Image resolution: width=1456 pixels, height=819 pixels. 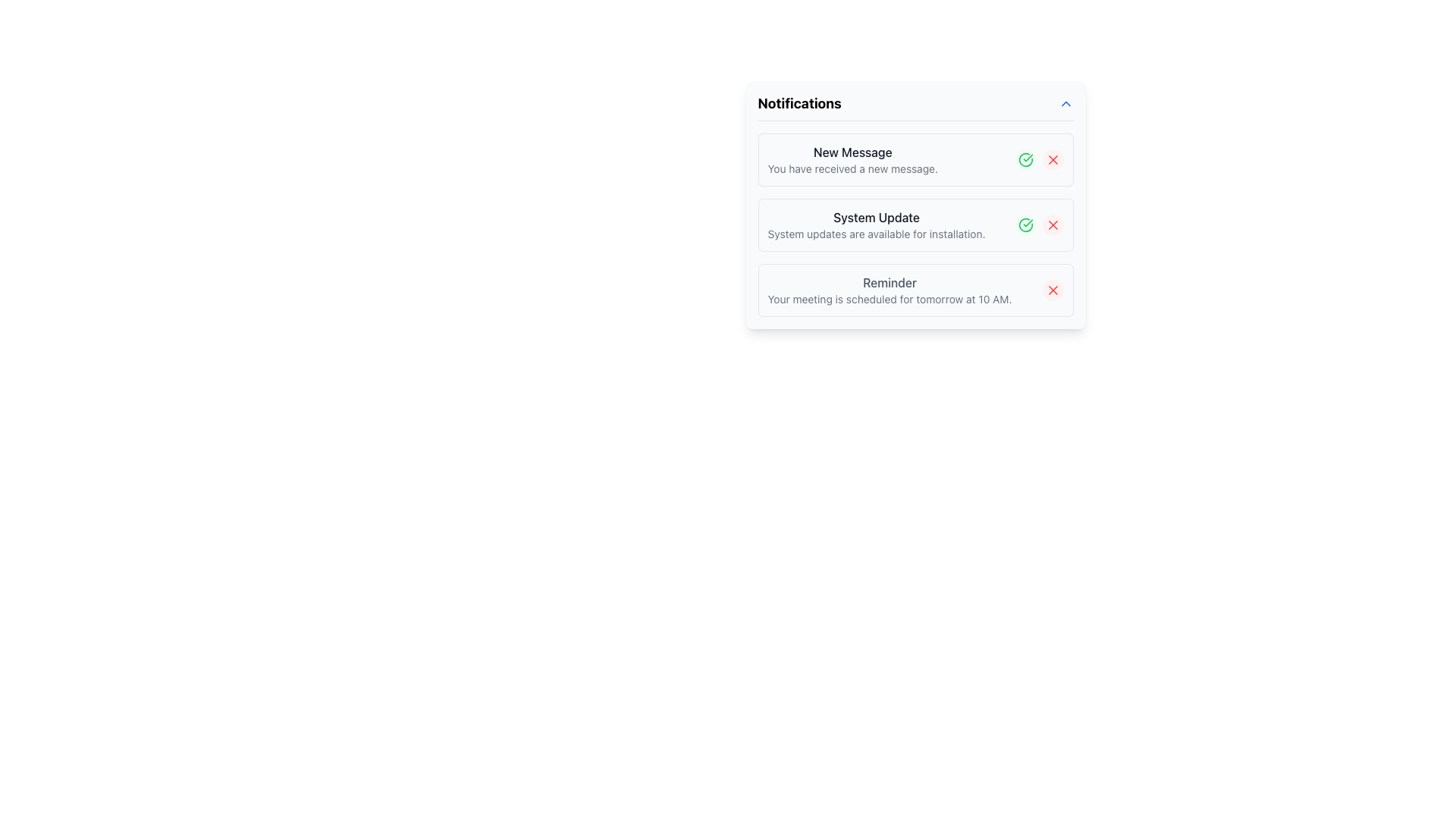 What do you see at coordinates (877, 225) in the screenshot?
I see `notification from the second static text block in the 'Notifications' panel that informs users about available system updates` at bounding box center [877, 225].